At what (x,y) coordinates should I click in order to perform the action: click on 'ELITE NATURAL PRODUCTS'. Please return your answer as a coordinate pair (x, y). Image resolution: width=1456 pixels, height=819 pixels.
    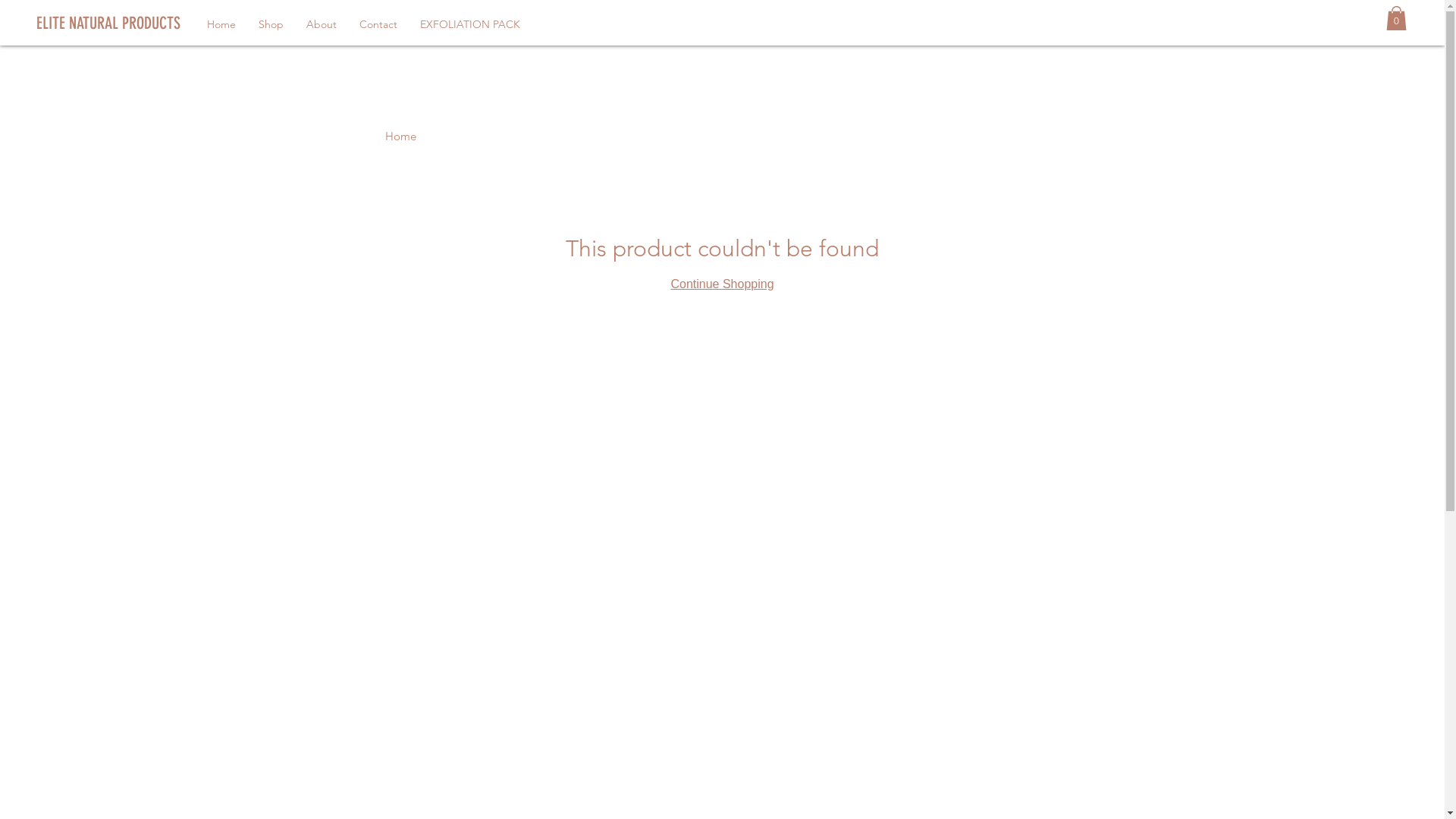
    Looking at the image, I should click on (149, 23).